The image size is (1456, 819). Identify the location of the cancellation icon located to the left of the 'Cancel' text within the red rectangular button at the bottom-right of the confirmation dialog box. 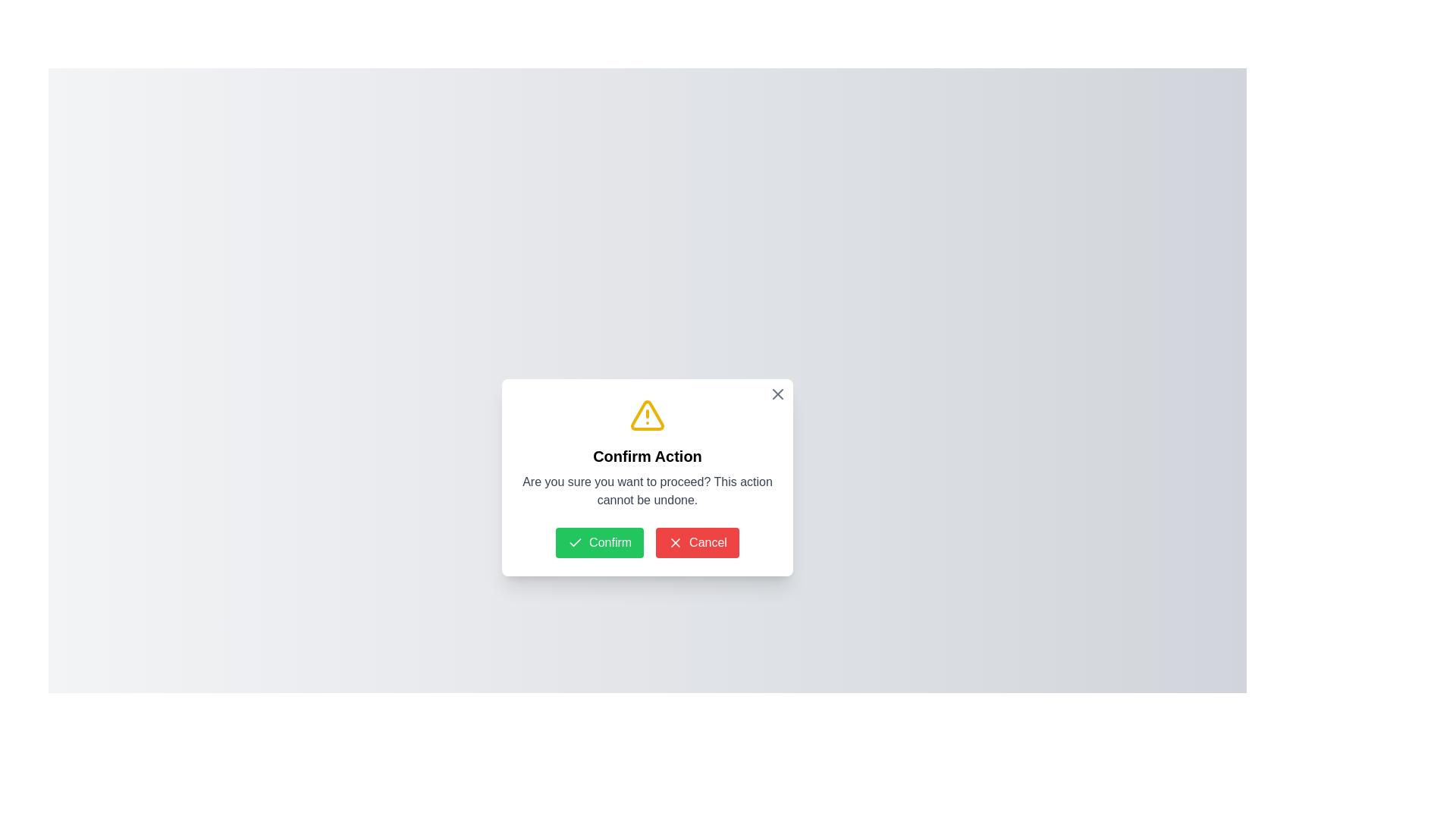
(675, 542).